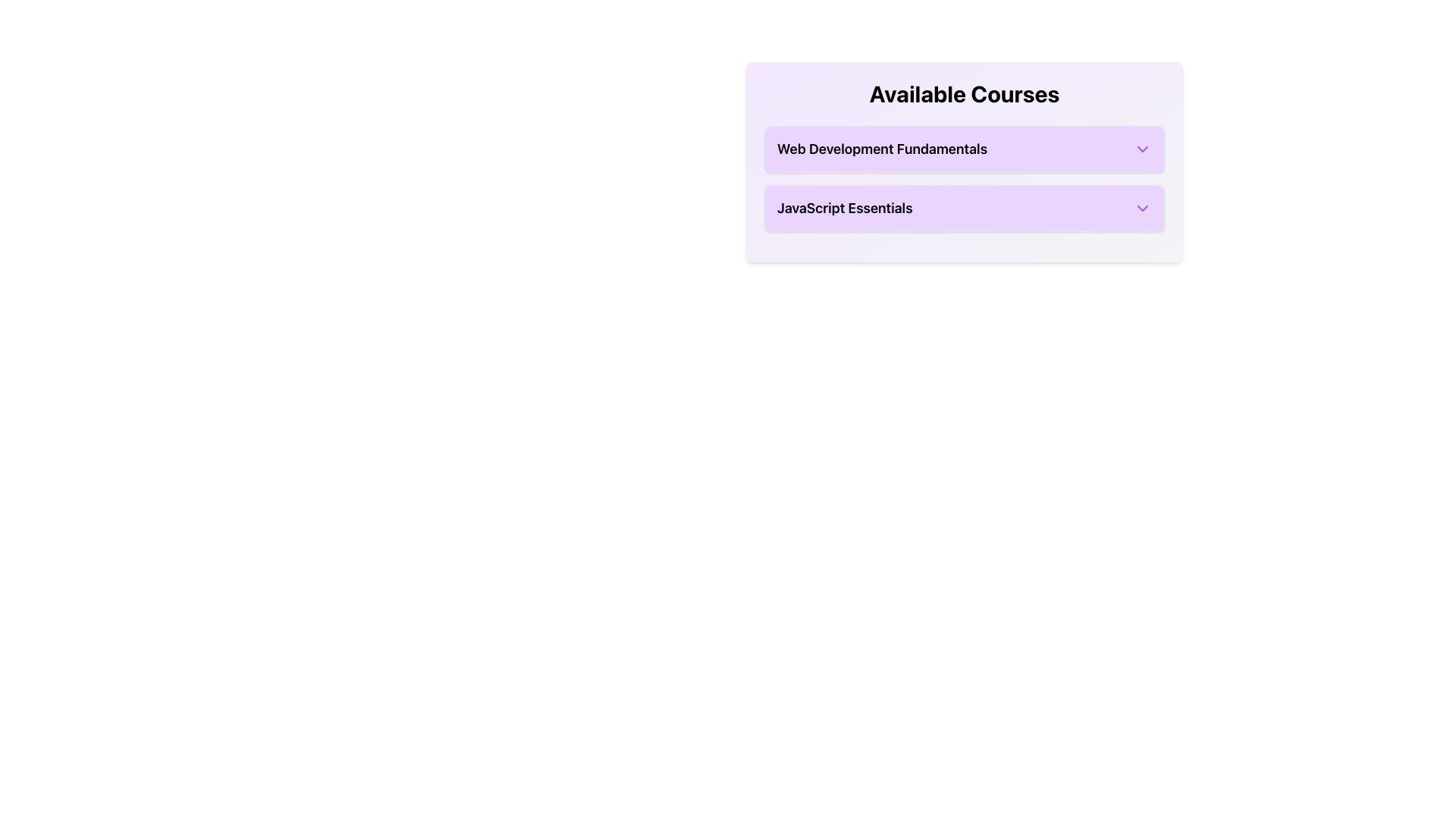 This screenshot has height=819, width=1456. I want to click on the Expandable Section Header for 'Web Development Fundamentals' to select it, so click(964, 149).